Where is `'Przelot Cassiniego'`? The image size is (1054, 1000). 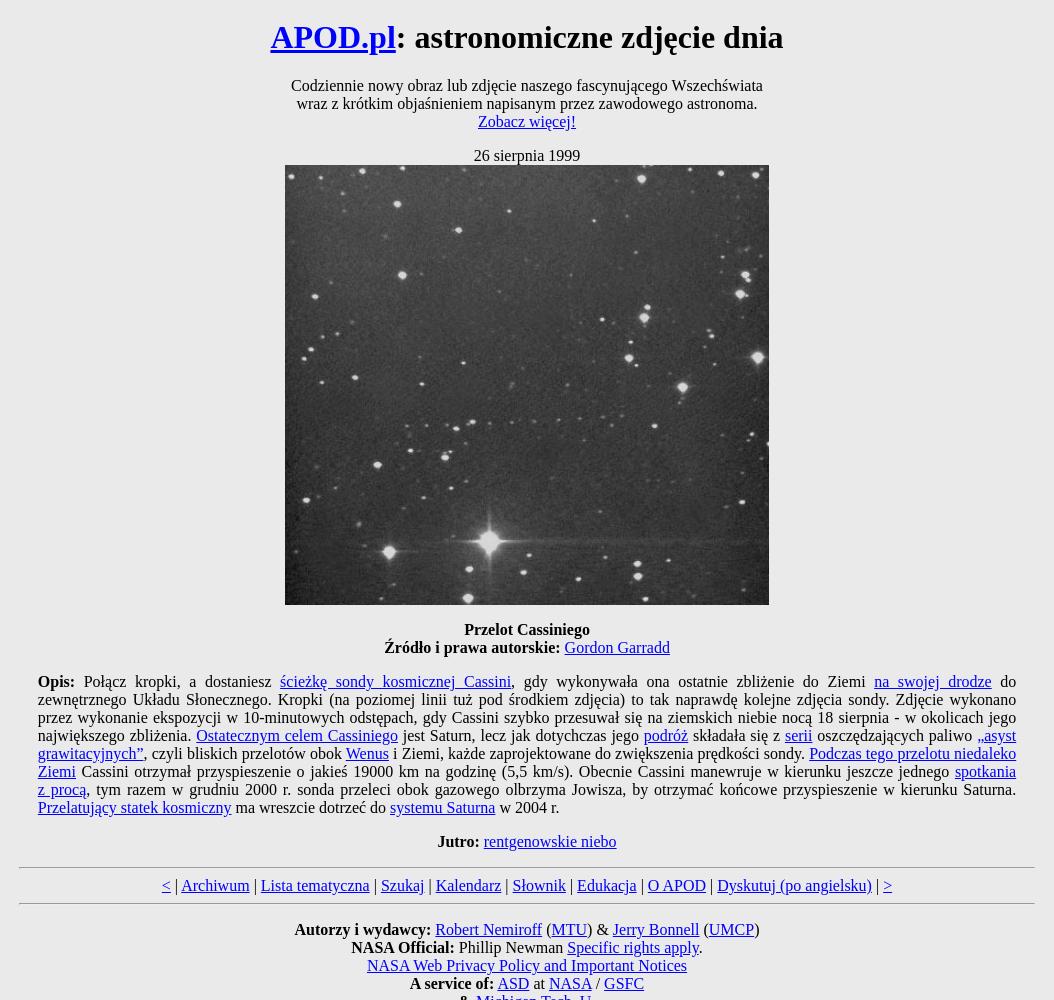
'Przelot Cassiniego' is located at coordinates (463, 629).